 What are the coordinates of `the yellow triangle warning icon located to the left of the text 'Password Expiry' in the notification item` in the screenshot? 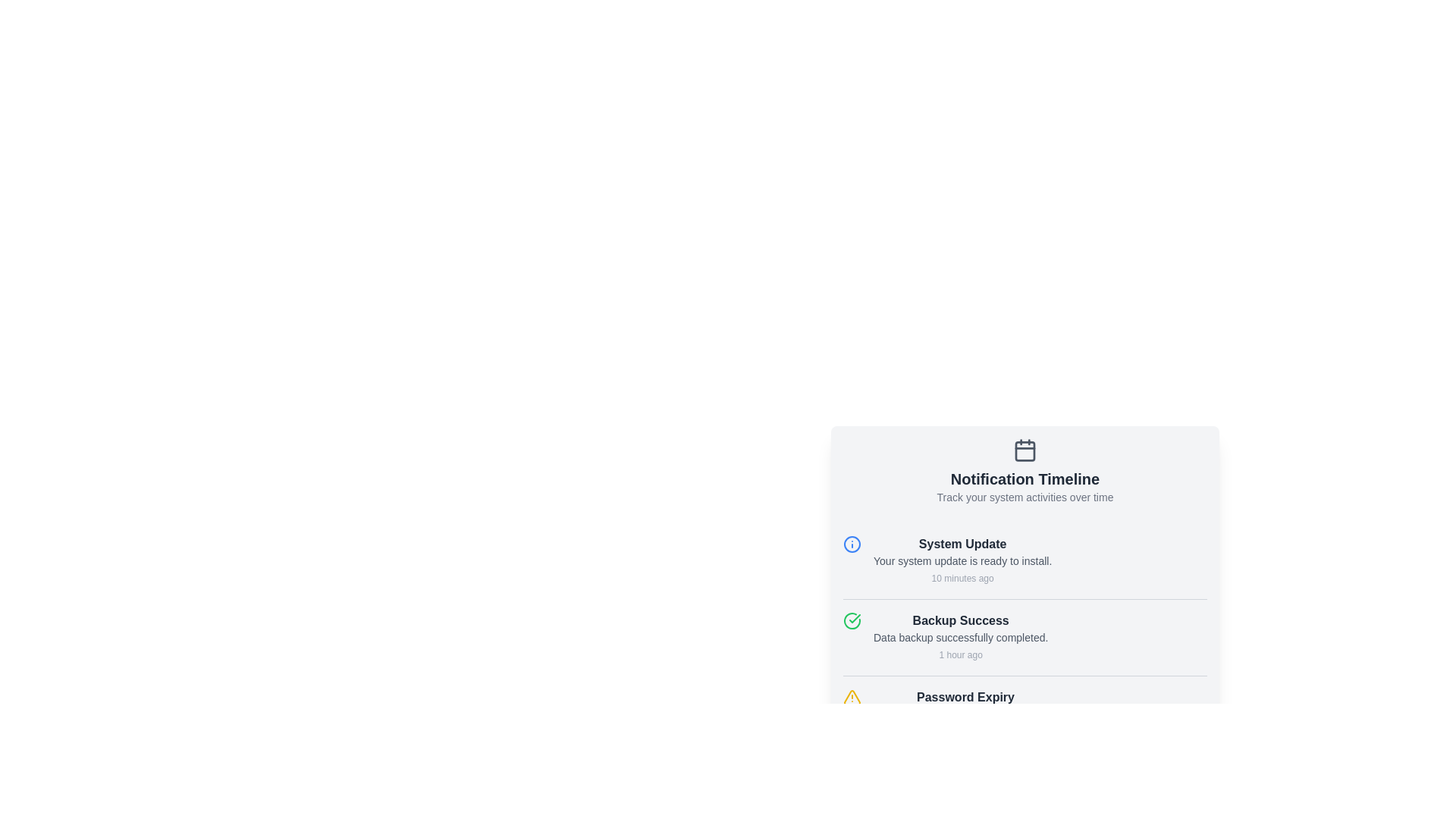 It's located at (852, 698).